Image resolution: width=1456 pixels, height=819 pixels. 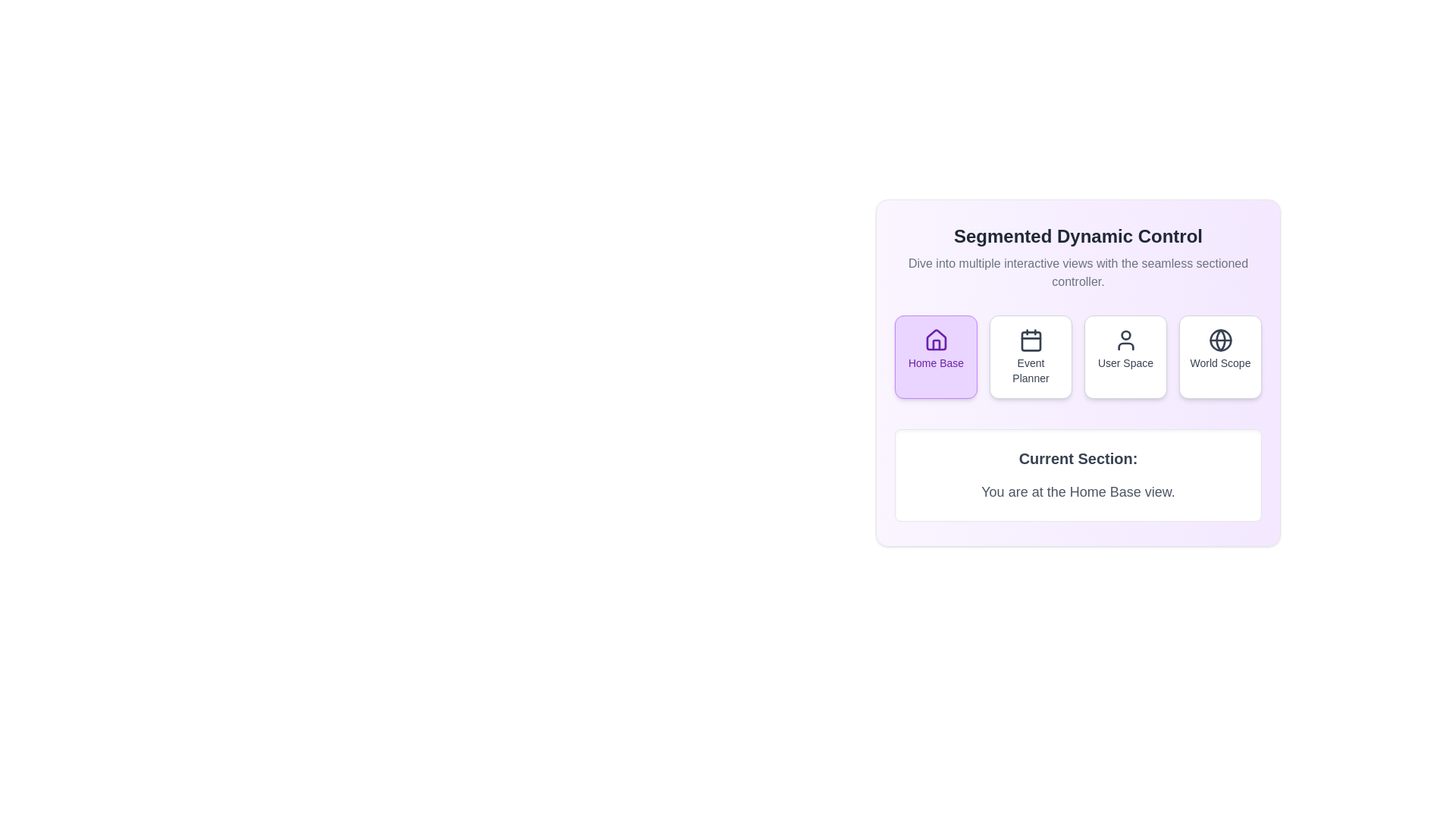 I want to click on the purple house icon located in the first position from the left in the 'Home Base' segmented control area, so click(x=935, y=339).